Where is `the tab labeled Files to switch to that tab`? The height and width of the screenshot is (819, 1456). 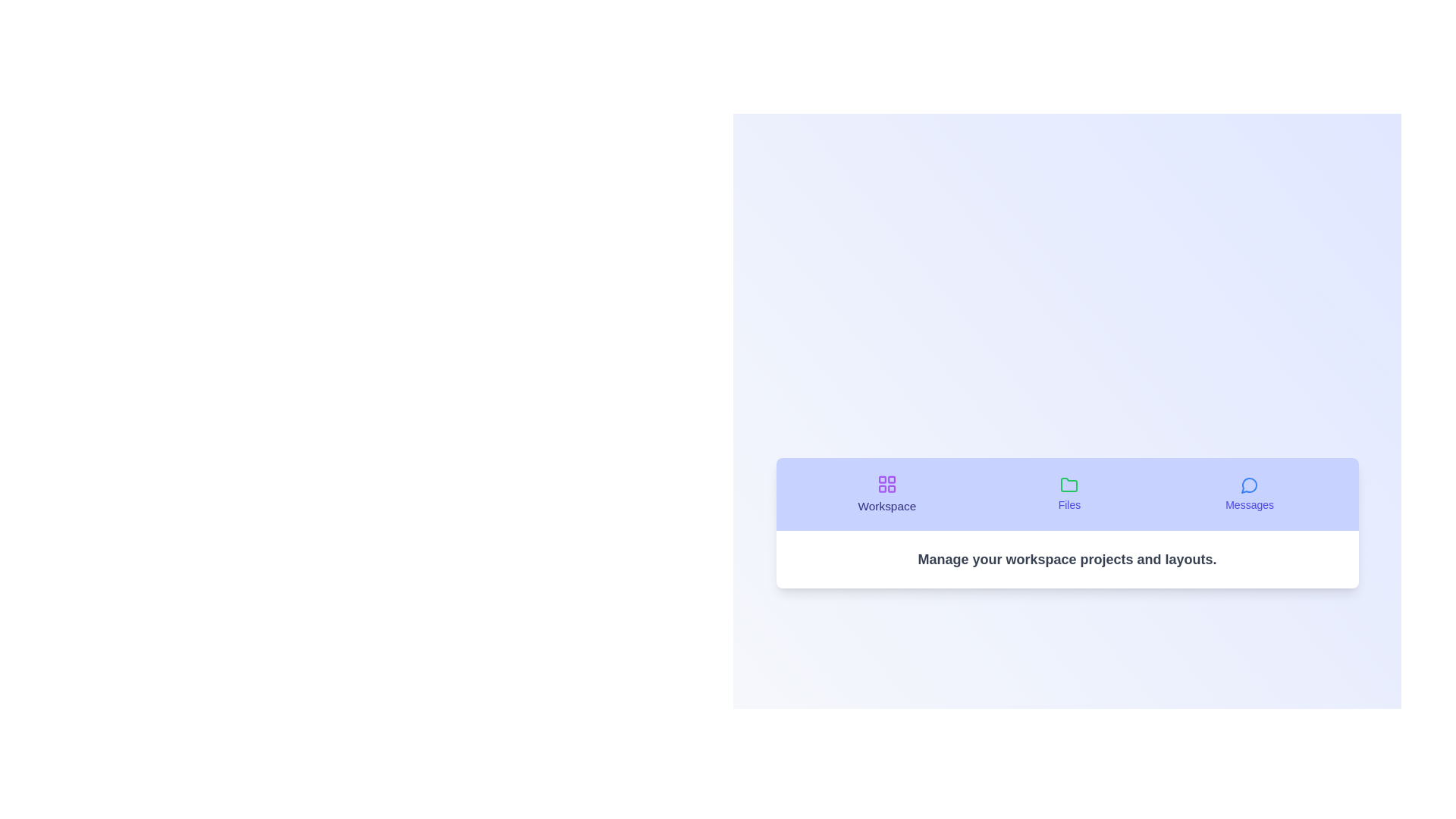
the tab labeled Files to switch to that tab is located at coordinates (1068, 494).